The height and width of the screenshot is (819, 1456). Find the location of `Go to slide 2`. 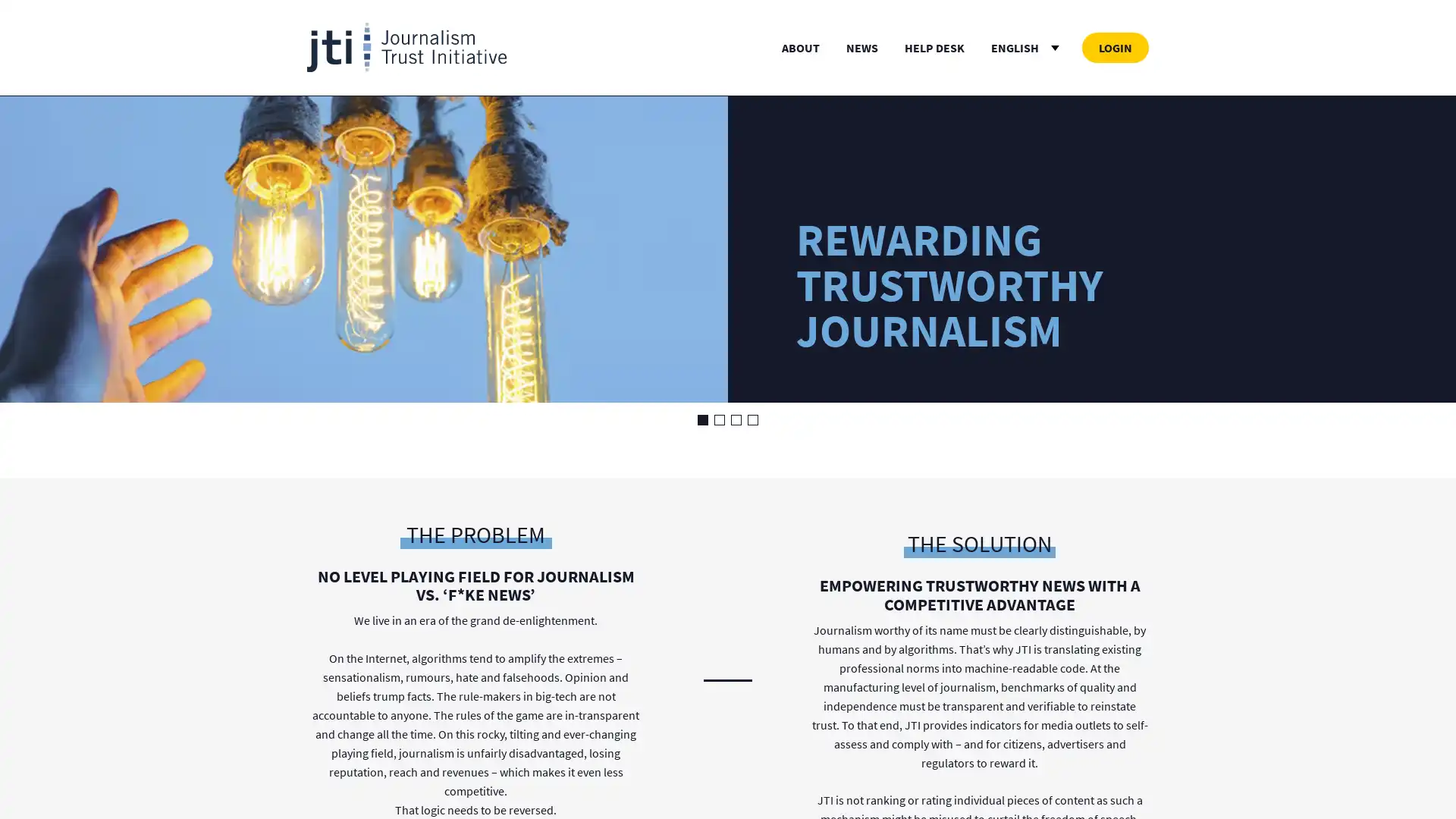

Go to slide 2 is located at coordinates (719, 420).